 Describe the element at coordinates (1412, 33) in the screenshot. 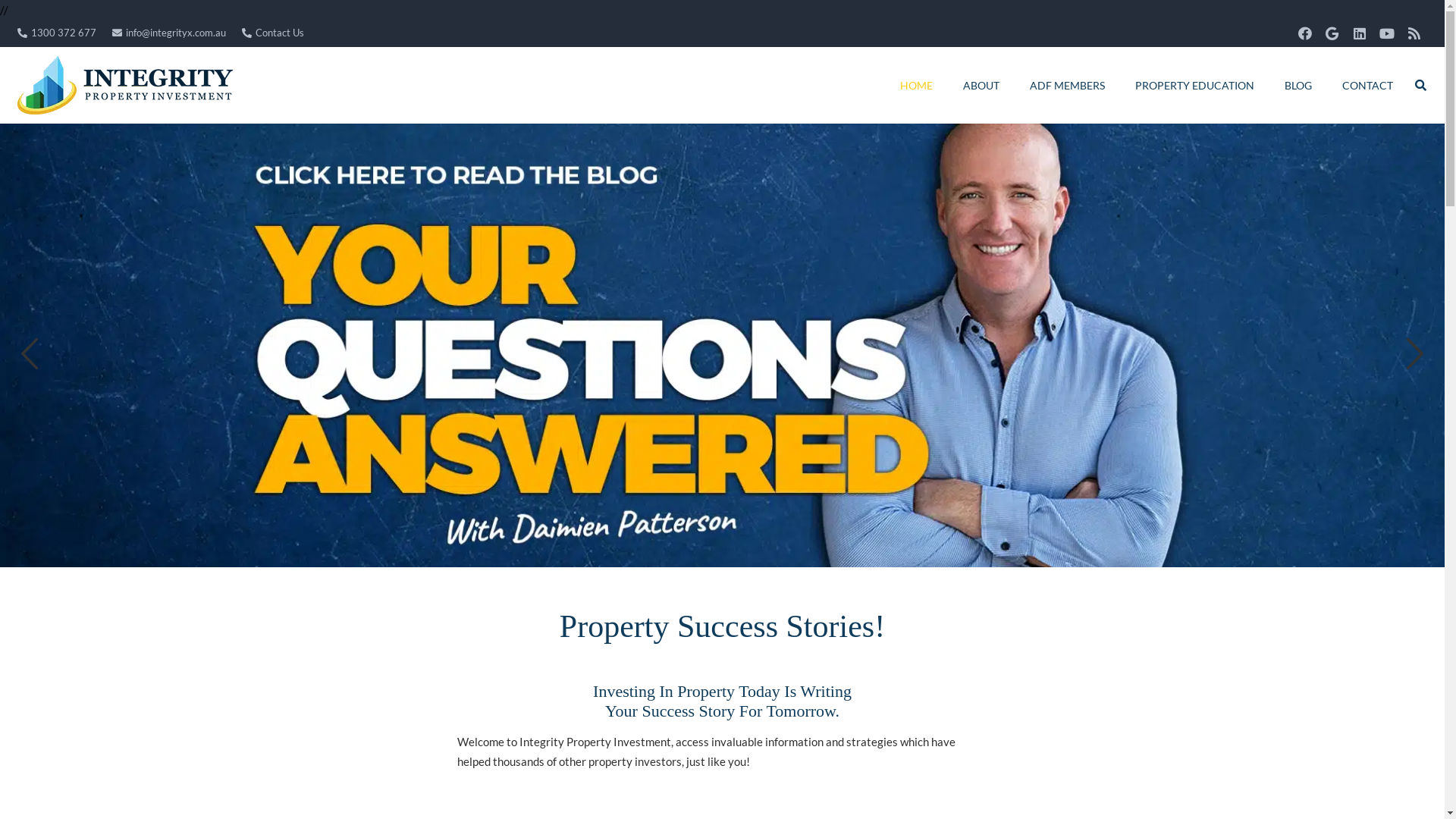

I see `'RSS'` at that location.